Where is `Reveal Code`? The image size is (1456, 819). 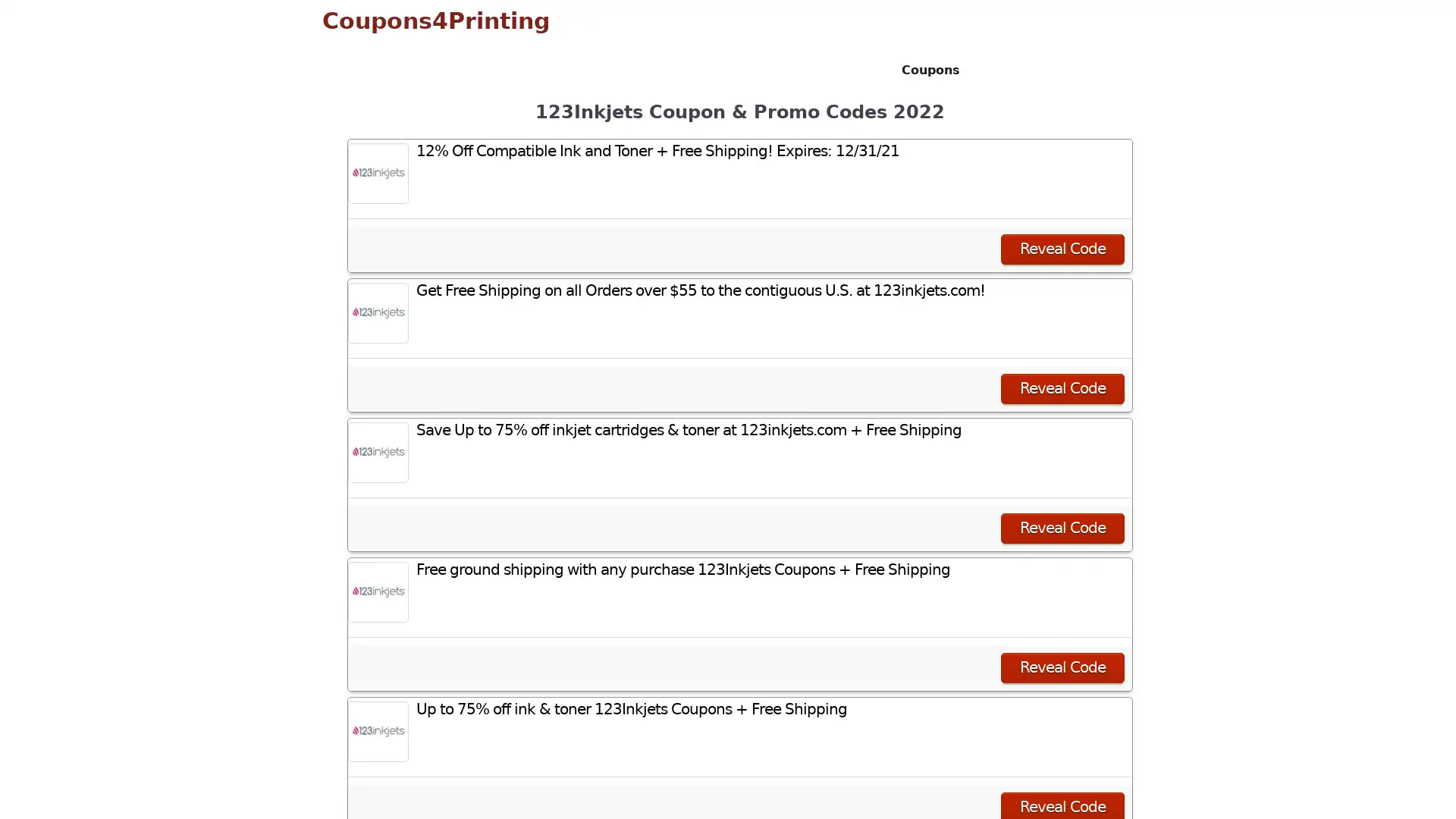 Reveal Code is located at coordinates (1062, 666).